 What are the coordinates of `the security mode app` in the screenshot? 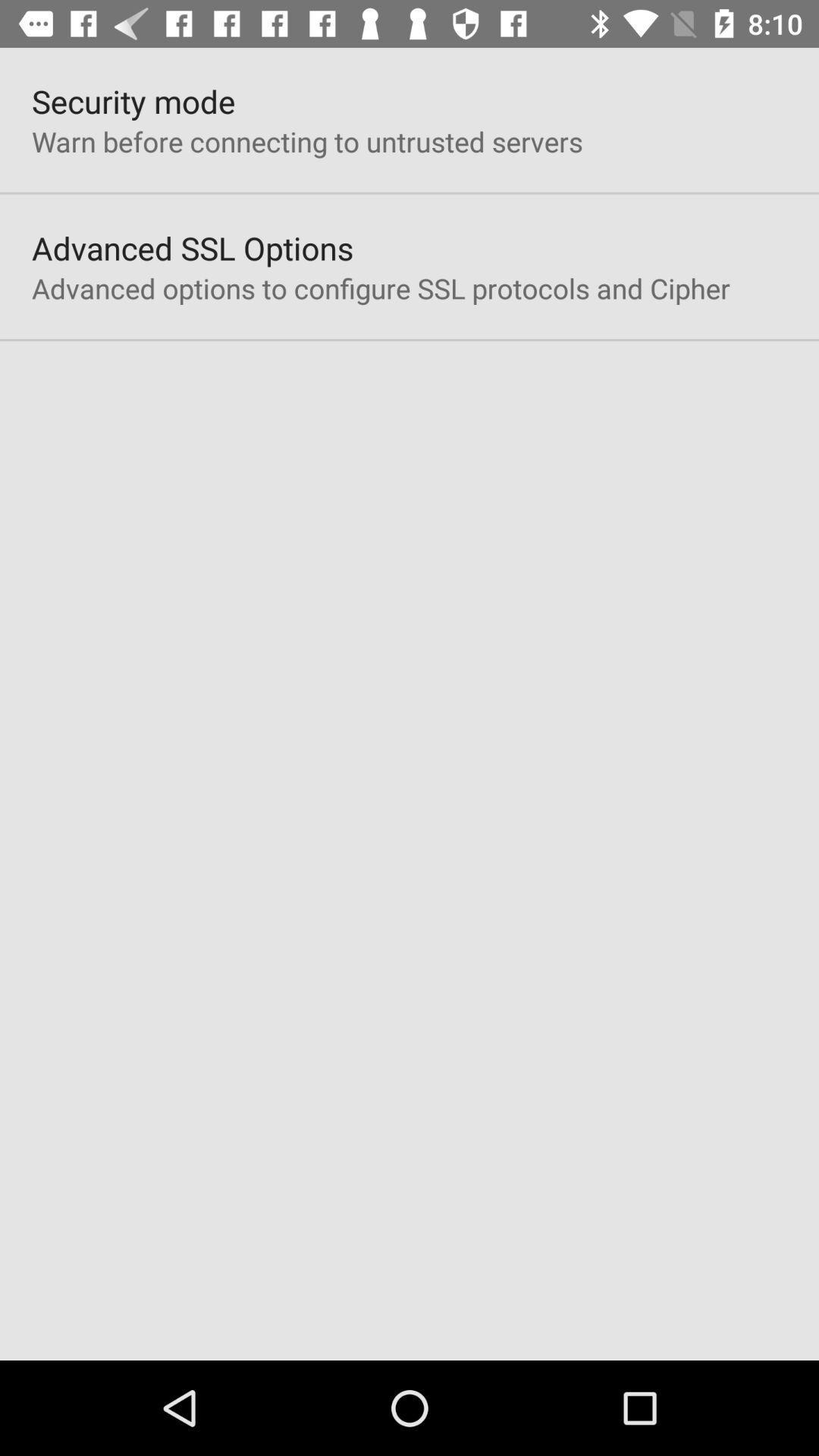 It's located at (133, 100).